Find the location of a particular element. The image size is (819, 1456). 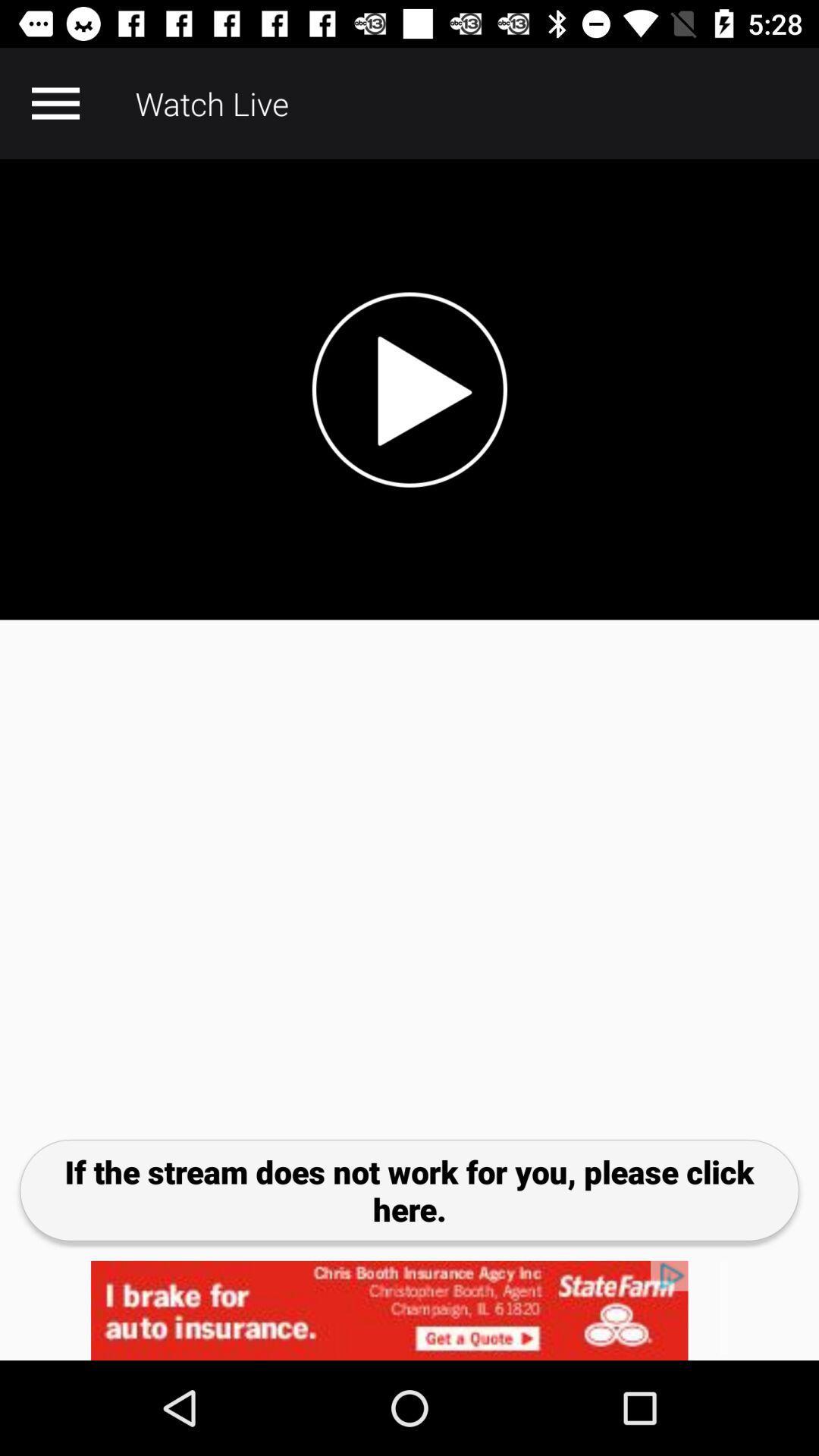

open advertisement is located at coordinates (409, 1310).